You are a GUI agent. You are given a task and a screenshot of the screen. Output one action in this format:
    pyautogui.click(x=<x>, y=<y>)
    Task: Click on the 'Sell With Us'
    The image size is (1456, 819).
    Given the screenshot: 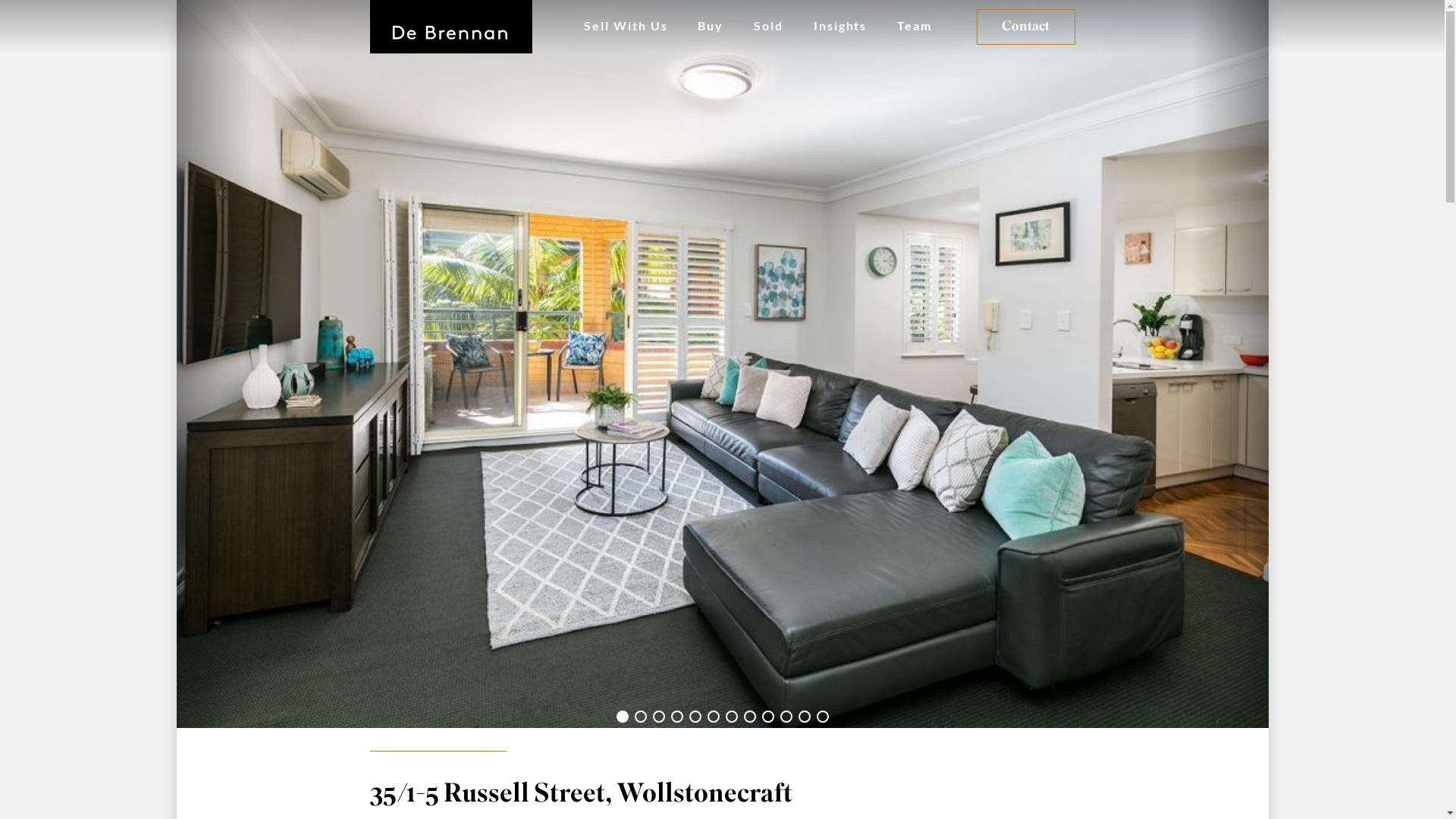 What is the action you would take?
    pyautogui.click(x=626, y=26)
    